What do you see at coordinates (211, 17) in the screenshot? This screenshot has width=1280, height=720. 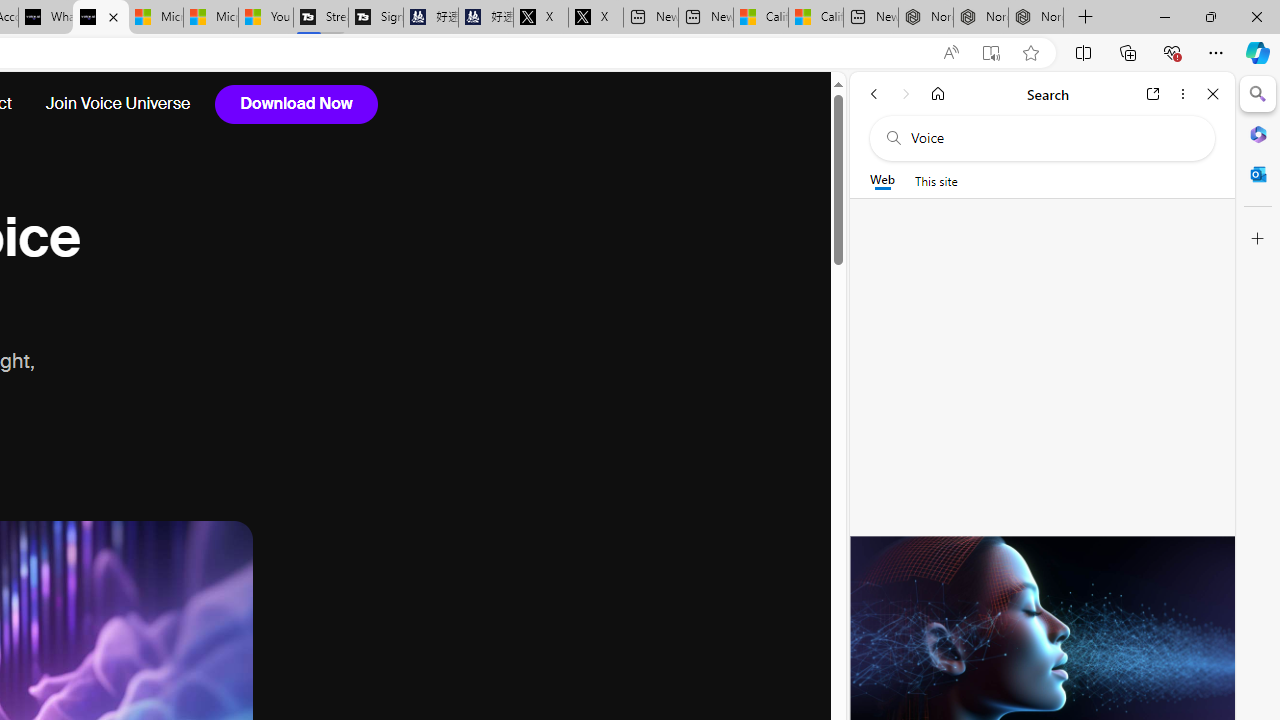 I see `'Microsoft Start'` at bounding box center [211, 17].